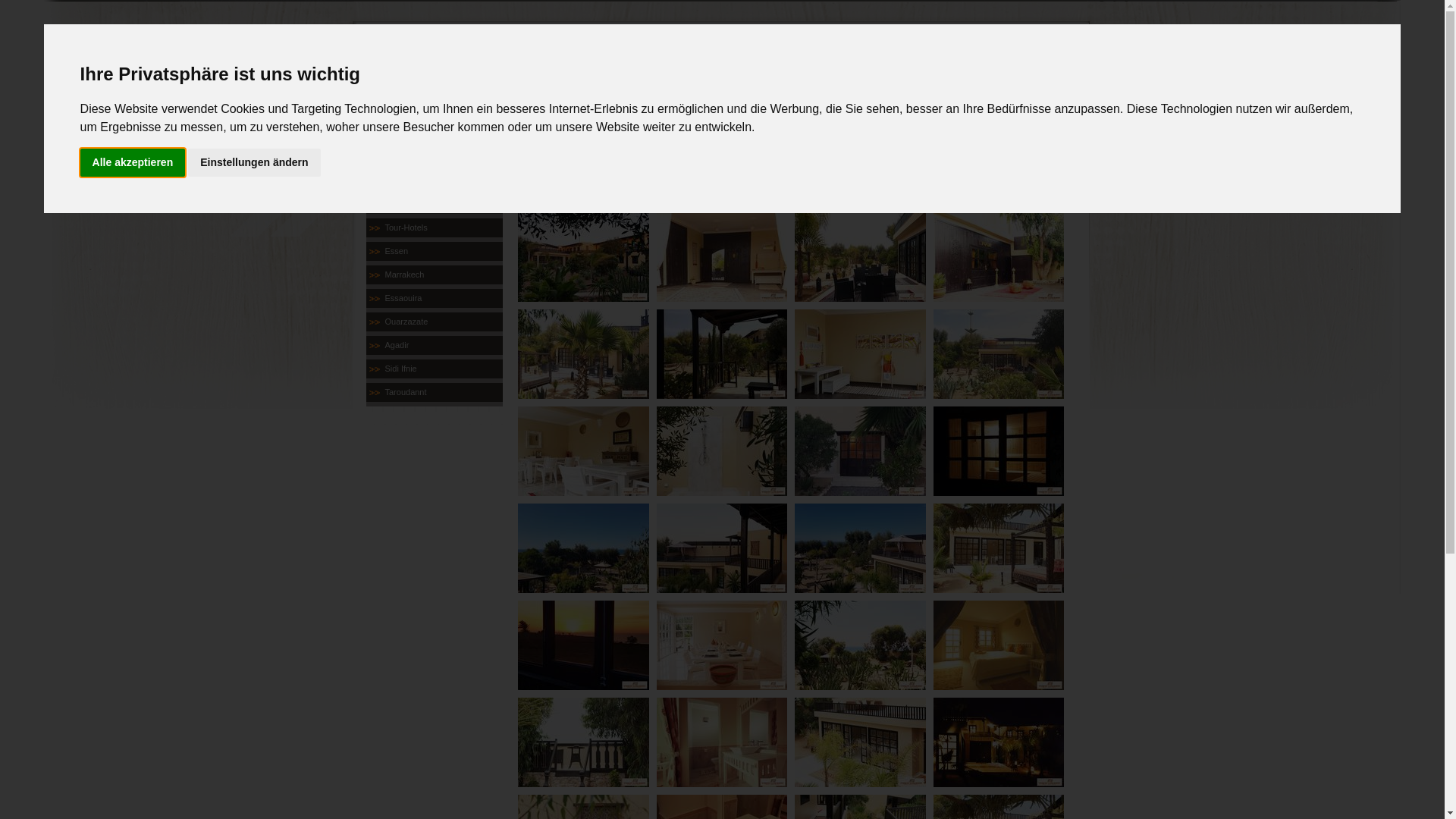 The height and width of the screenshot is (819, 1456). What do you see at coordinates (432, 275) in the screenshot?
I see `'Marrakech'` at bounding box center [432, 275].